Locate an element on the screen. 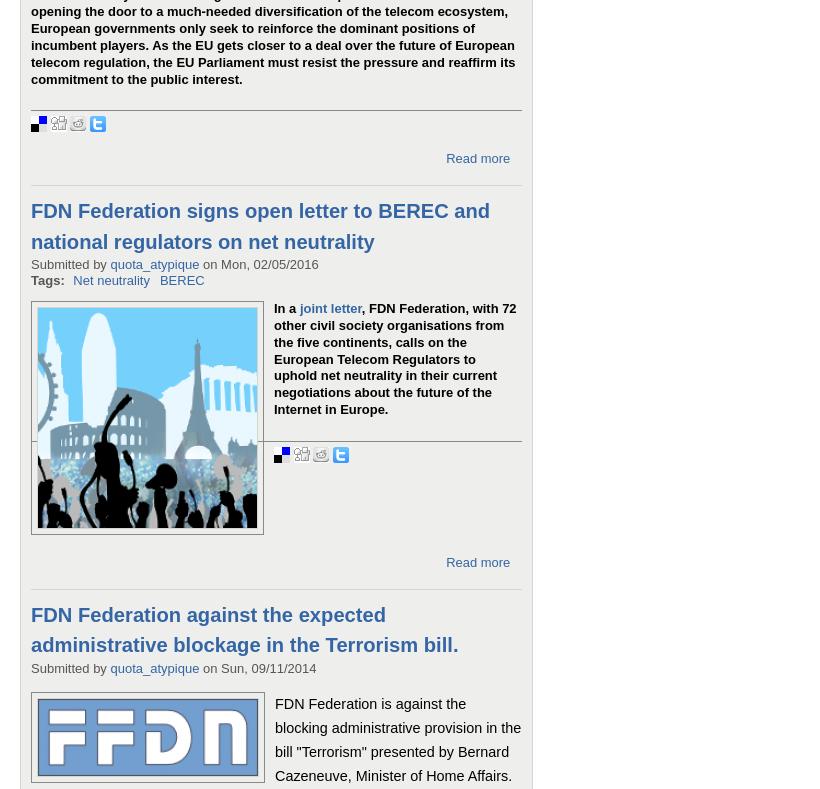 The width and height of the screenshot is (820, 789). 'FDN Federation against the expected administrative blockage in the Terrorism bill.' is located at coordinates (243, 630).